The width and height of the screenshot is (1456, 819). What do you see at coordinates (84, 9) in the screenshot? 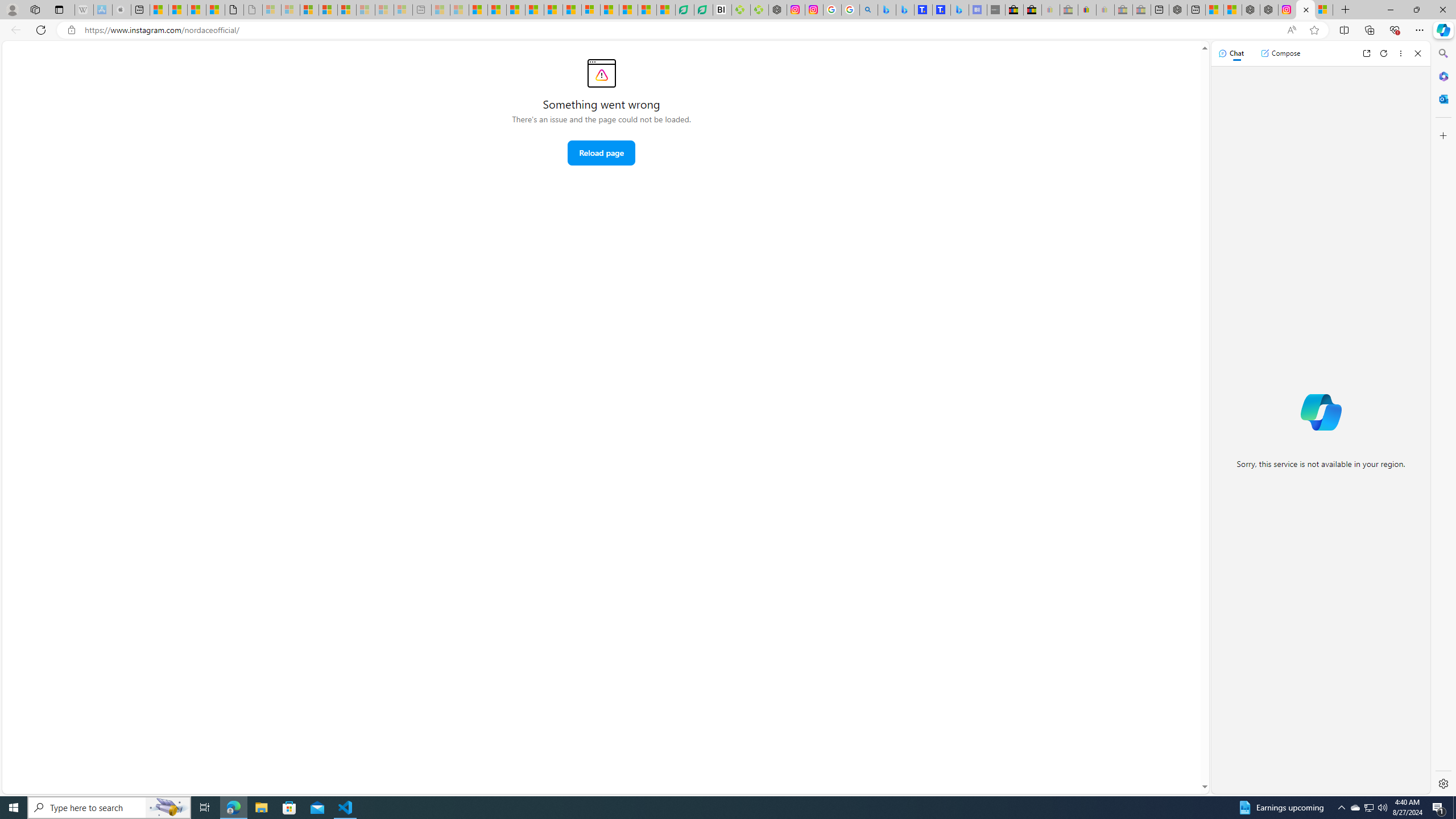
I see `'Wikipedia - Sleeping'` at bounding box center [84, 9].